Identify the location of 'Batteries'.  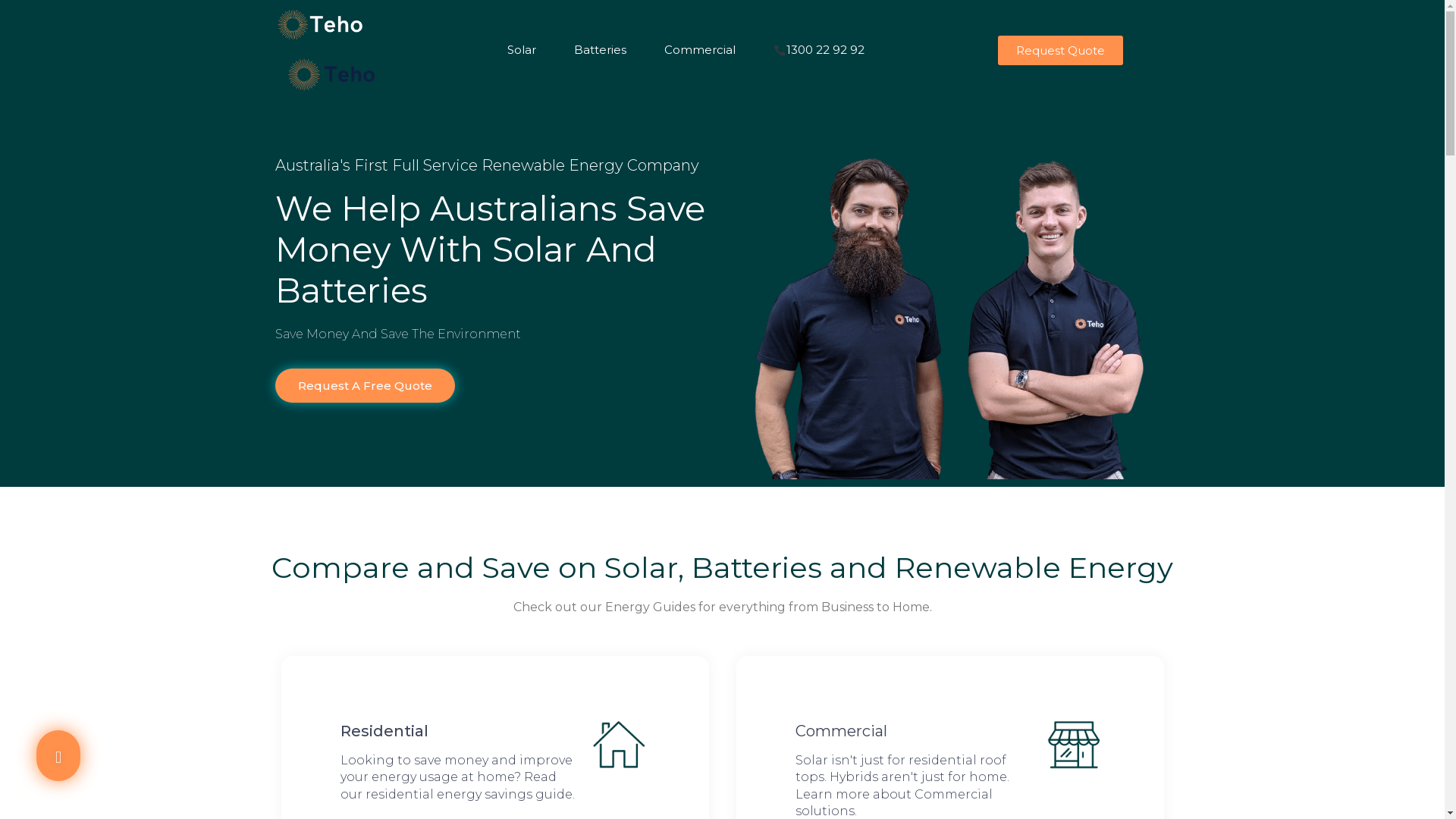
(607, 34).